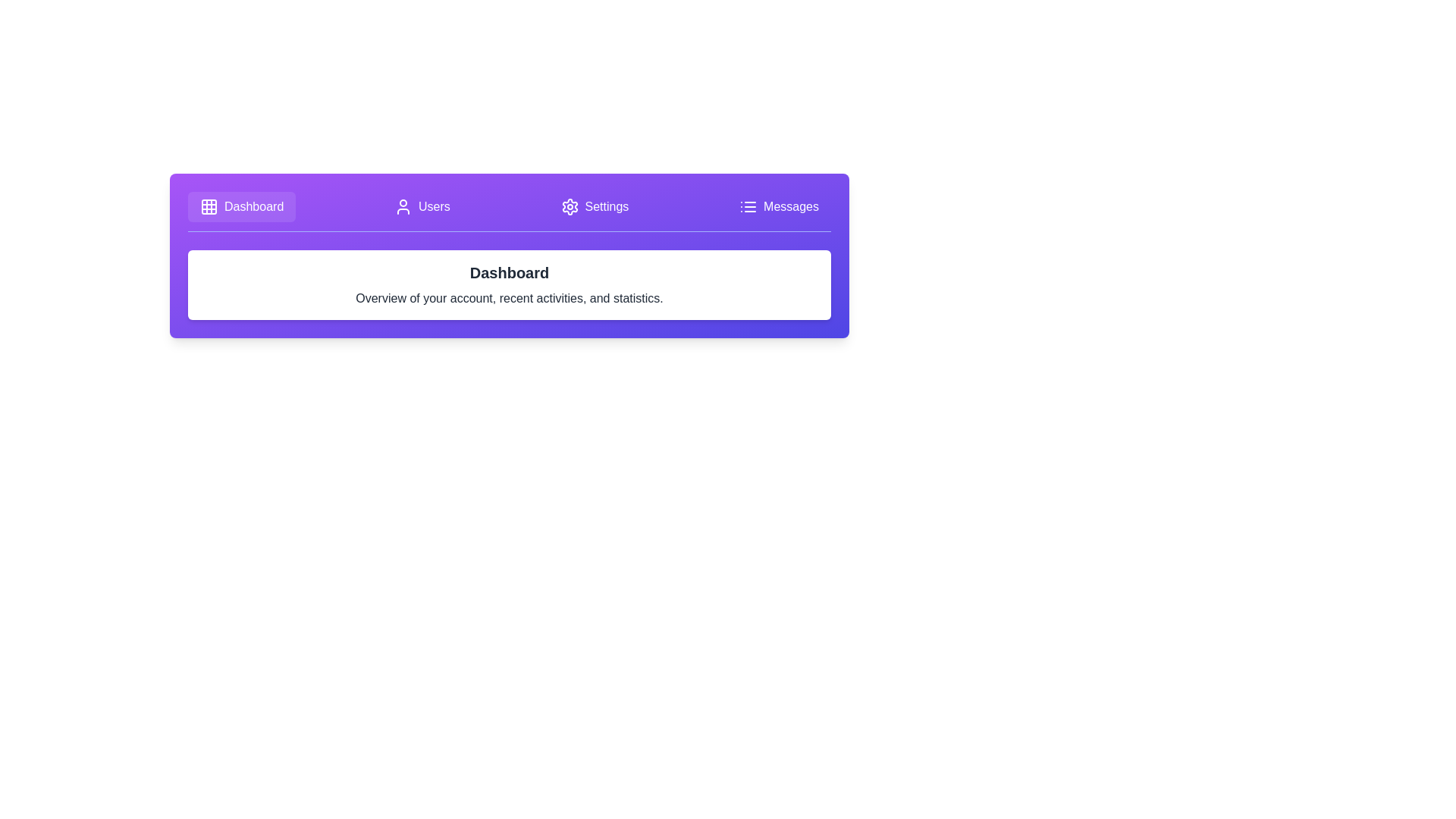  I want to click on the horizontal navigation bar that contains the buttons labeled 'Dashboard', 'Users', 'Settings', and 'Messages', which is styled with a gradient background transitioning from purple to indigo, so click(510, 212).